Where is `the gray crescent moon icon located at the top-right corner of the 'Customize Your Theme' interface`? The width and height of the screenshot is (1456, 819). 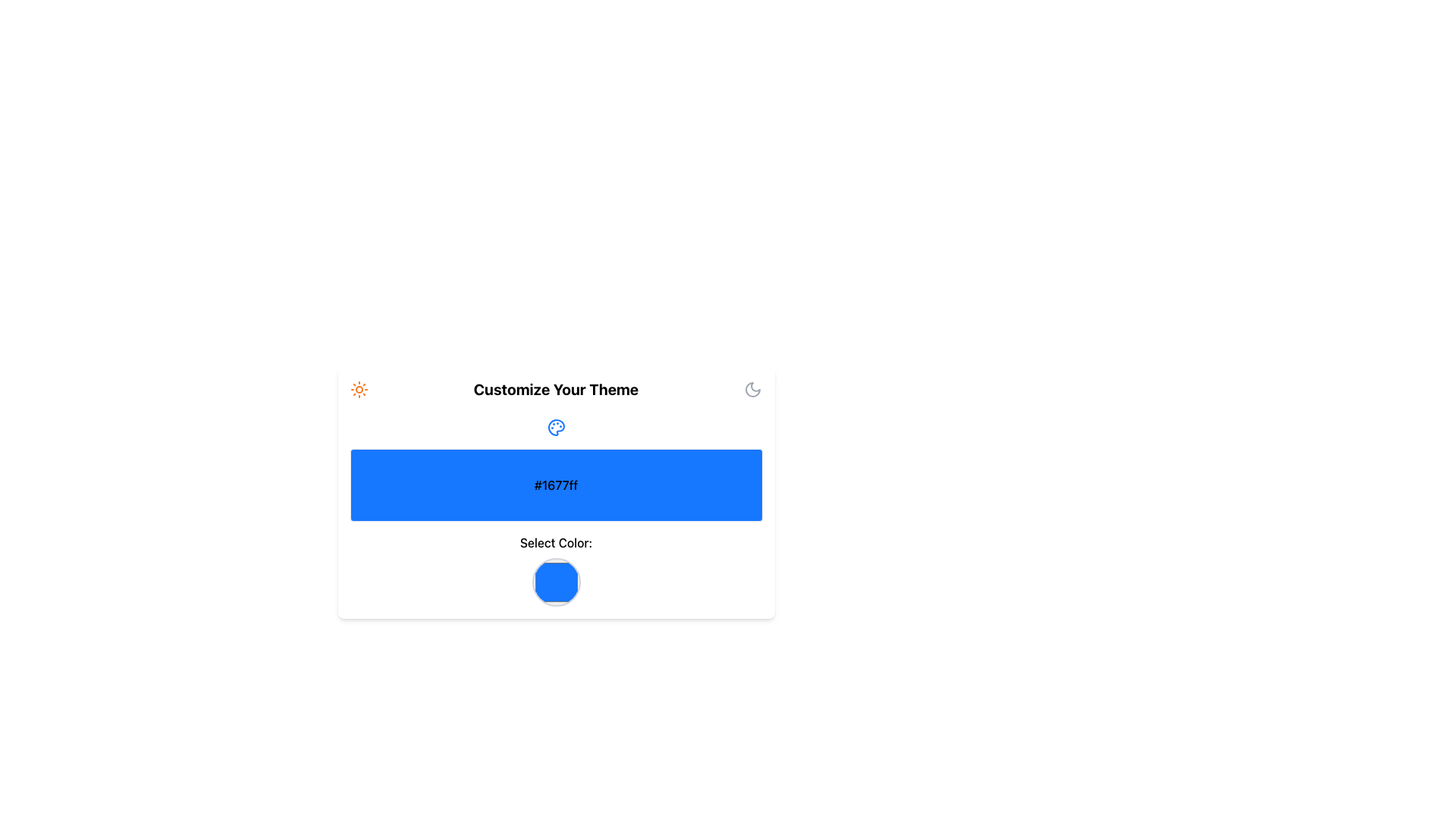 the gray crescent moon icon located at the top-right corner of the 'Customize Your Theme' interface is located at coordinates (753, 388).